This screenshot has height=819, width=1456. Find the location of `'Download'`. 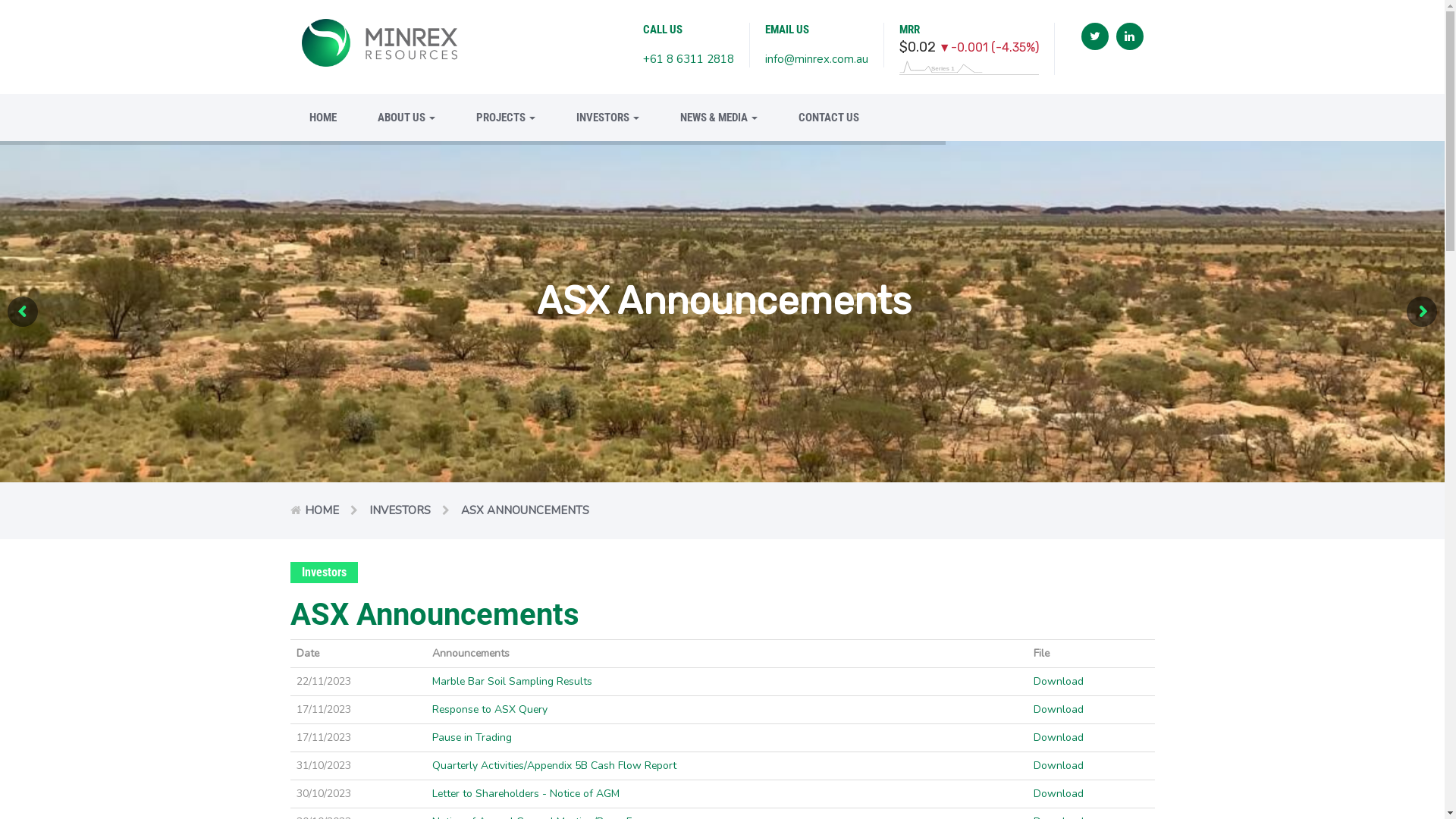

'Download' is located at coordinates (1033, 765).